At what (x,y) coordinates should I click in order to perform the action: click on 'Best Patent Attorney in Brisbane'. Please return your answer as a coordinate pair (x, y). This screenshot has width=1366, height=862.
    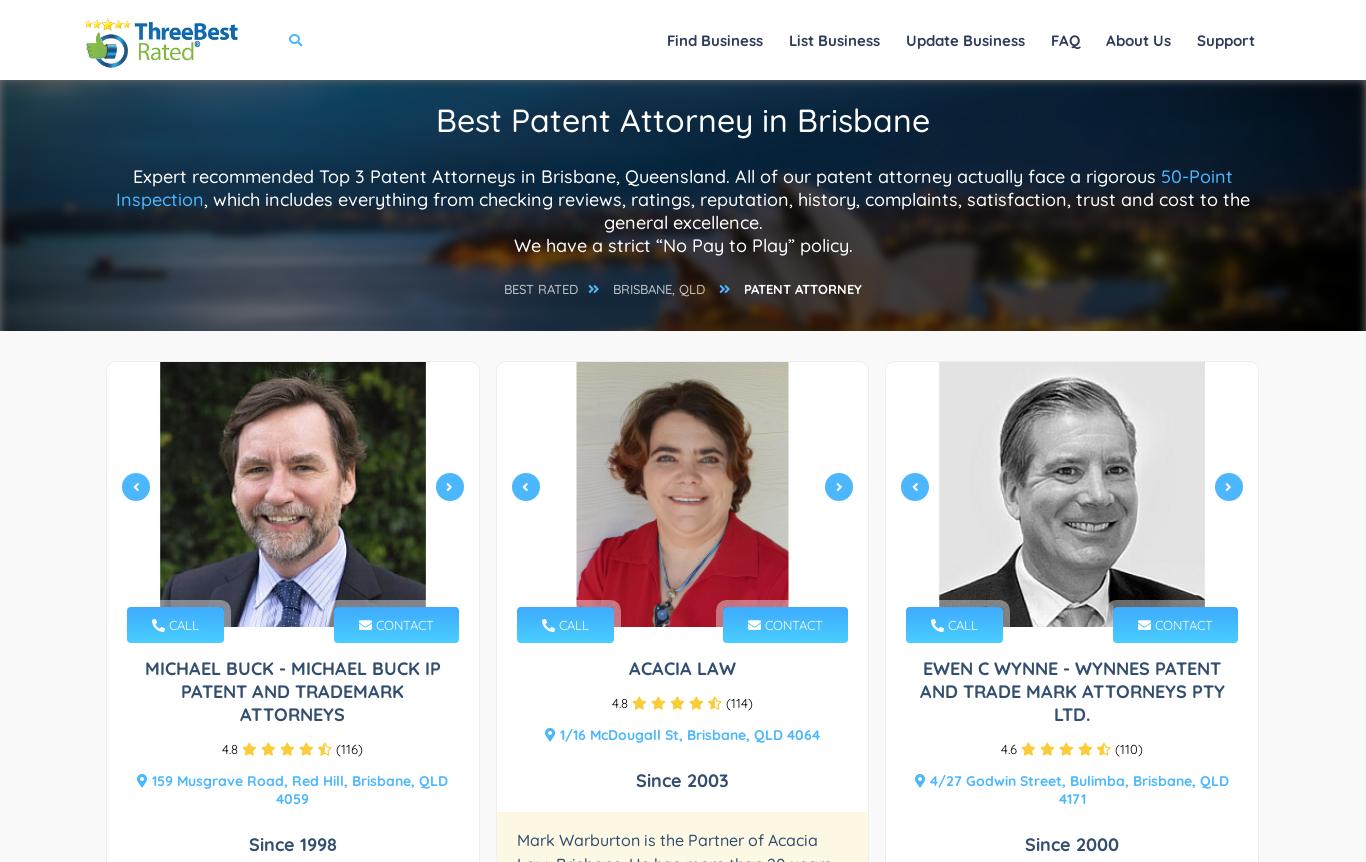
    Looking at the image, I should click on (683, 118).